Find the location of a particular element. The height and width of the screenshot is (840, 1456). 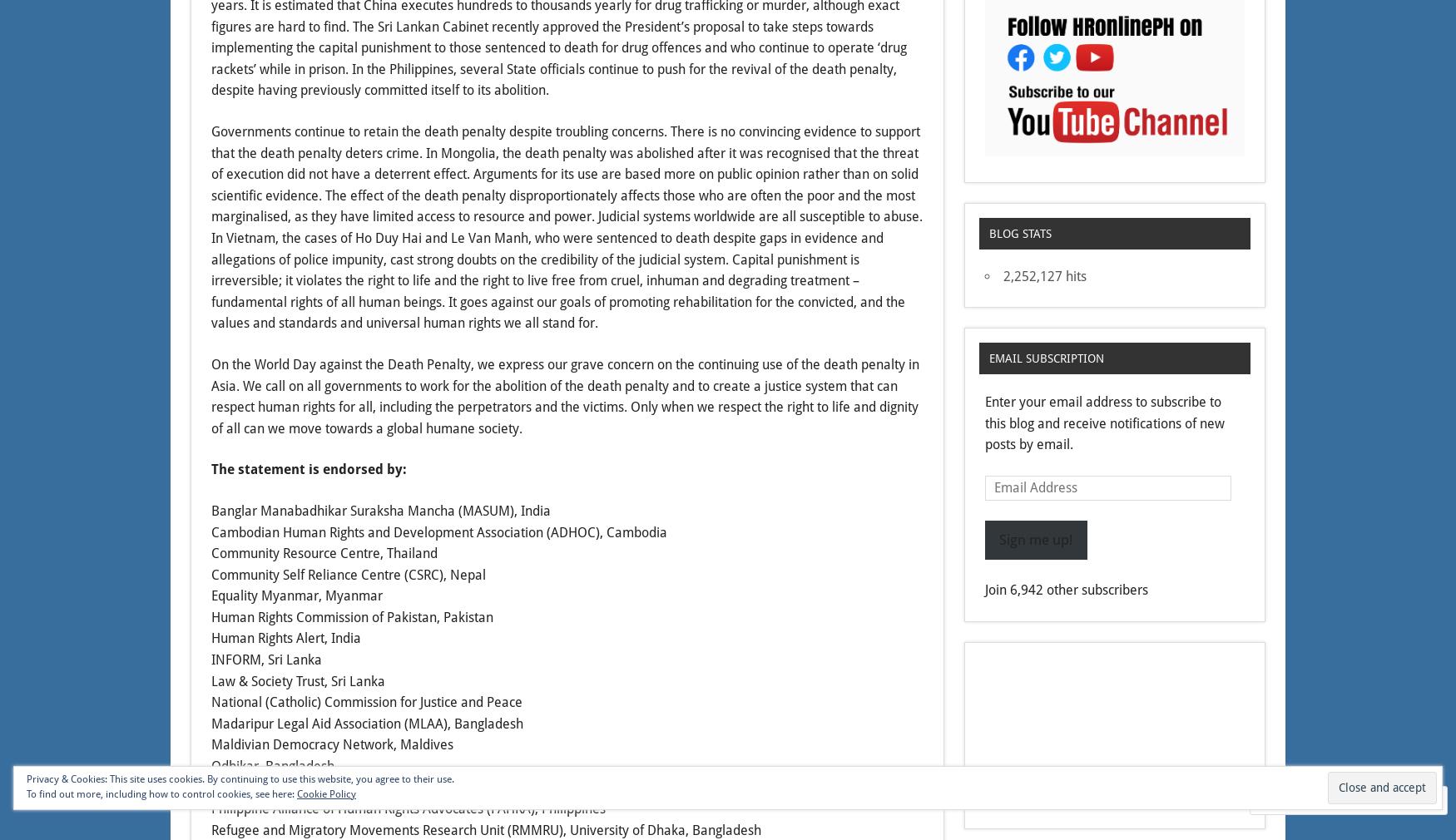

'Cookie Policy' is located at coordinates (325, 793).